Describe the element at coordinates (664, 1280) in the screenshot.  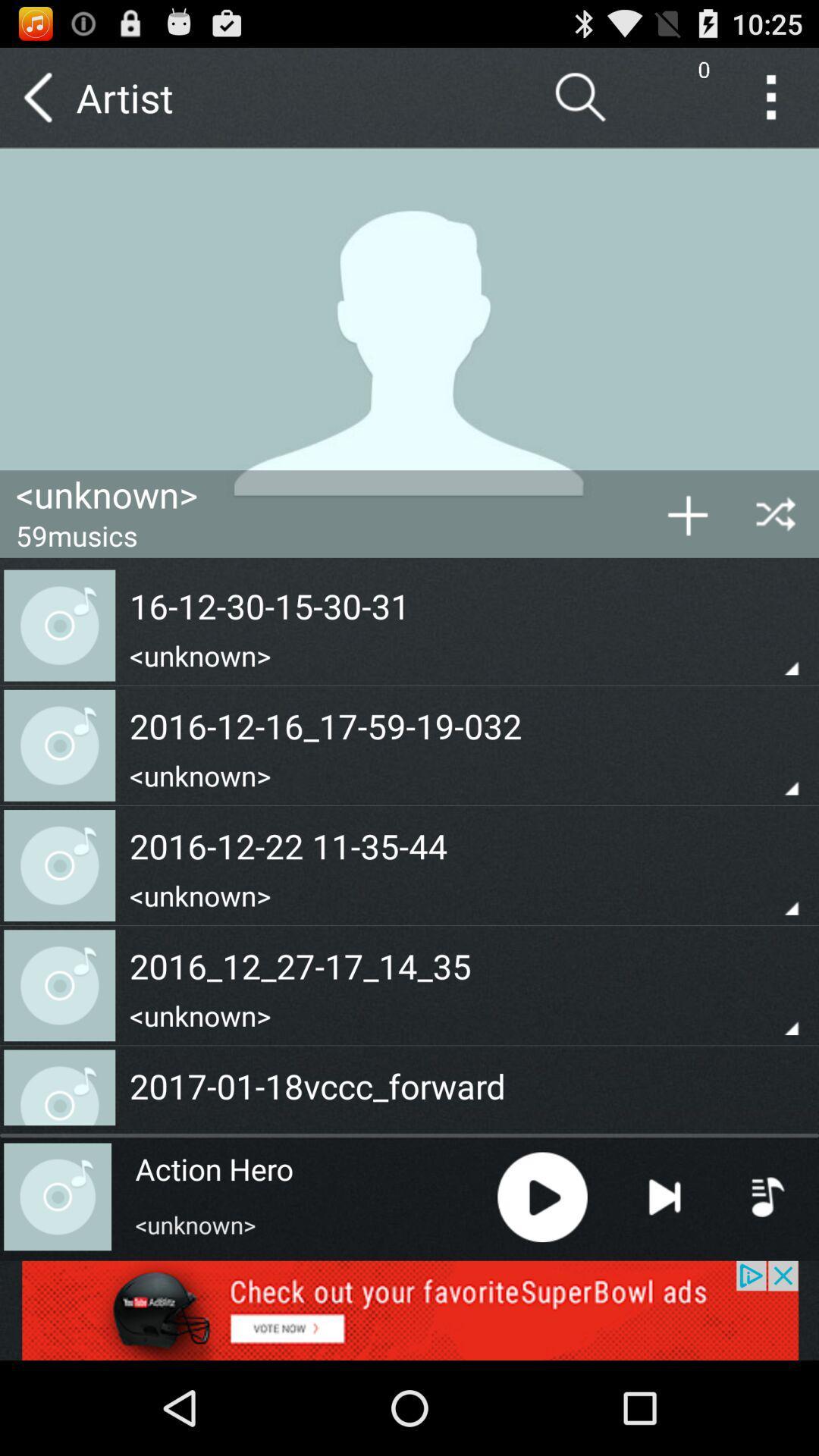
I see `the skip_next icon` at that location.